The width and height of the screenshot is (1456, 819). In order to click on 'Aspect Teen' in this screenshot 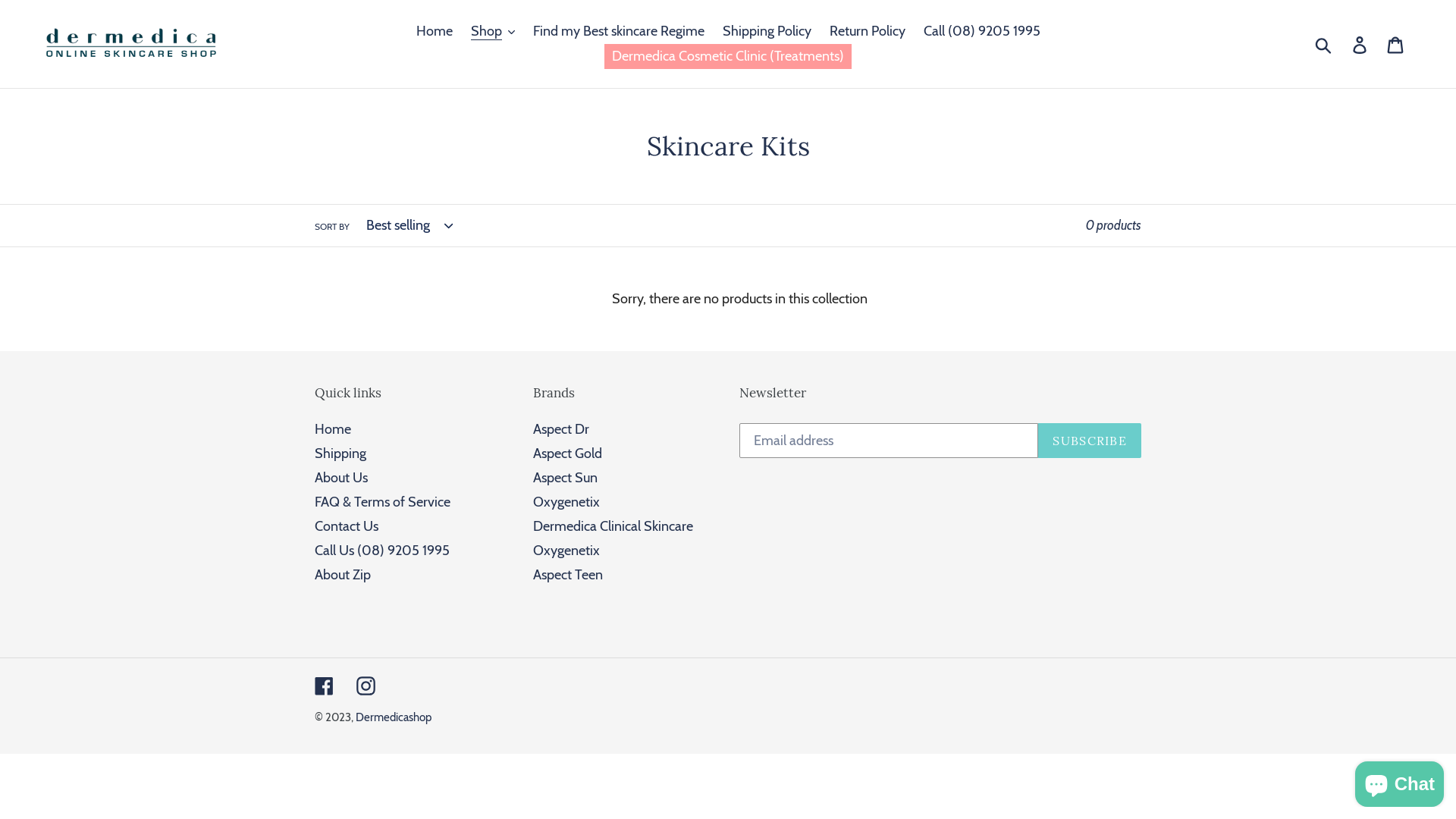, I will do `click(566, 575)`.